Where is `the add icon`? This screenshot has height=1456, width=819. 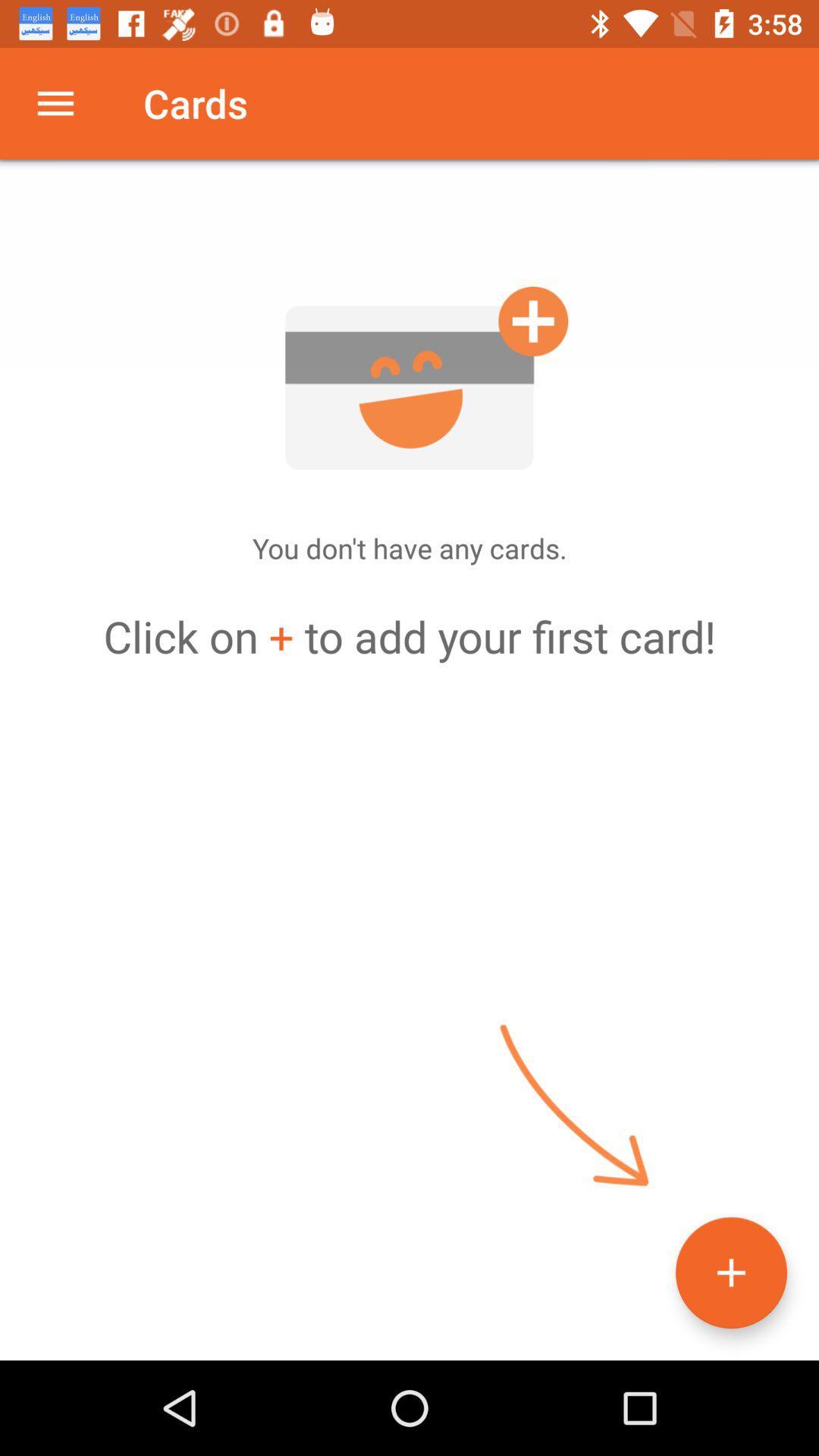
the add icon is located at coordinates (730, 1272).